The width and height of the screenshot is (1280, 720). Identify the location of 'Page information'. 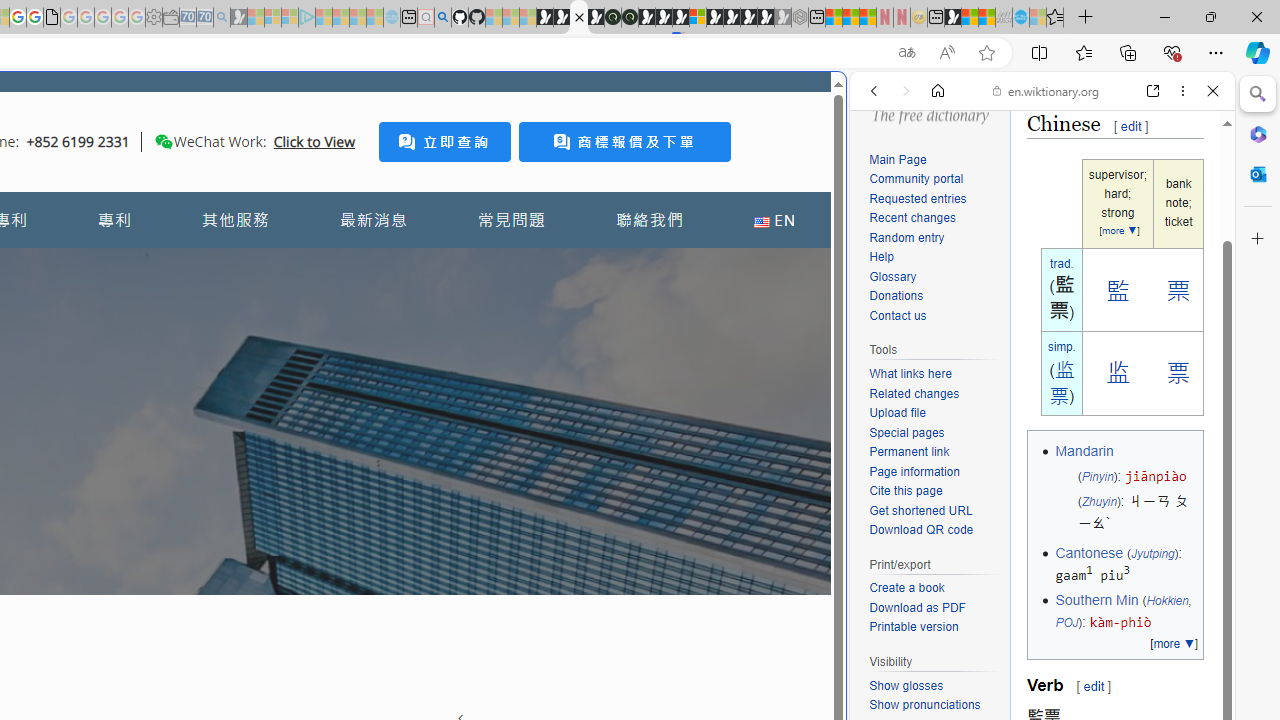
(934, 472).